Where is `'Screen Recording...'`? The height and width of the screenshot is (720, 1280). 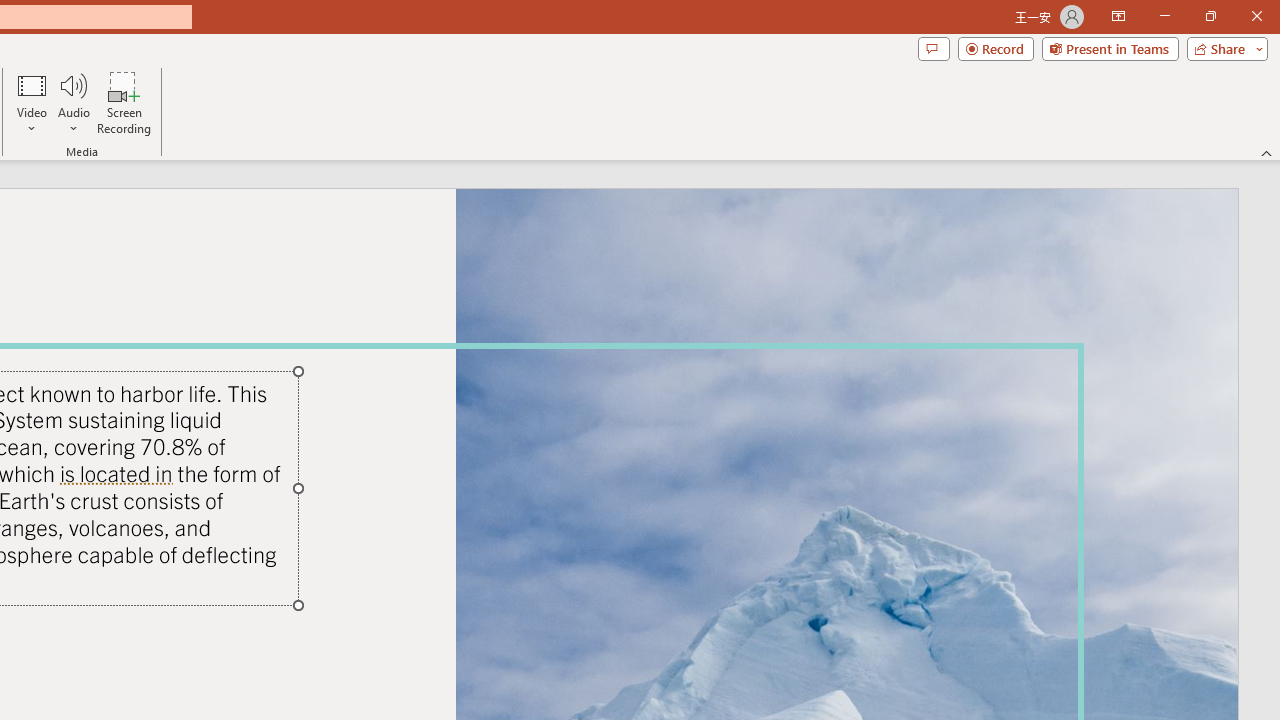
'Screen Recording...' is located at coordinates (123, 103).